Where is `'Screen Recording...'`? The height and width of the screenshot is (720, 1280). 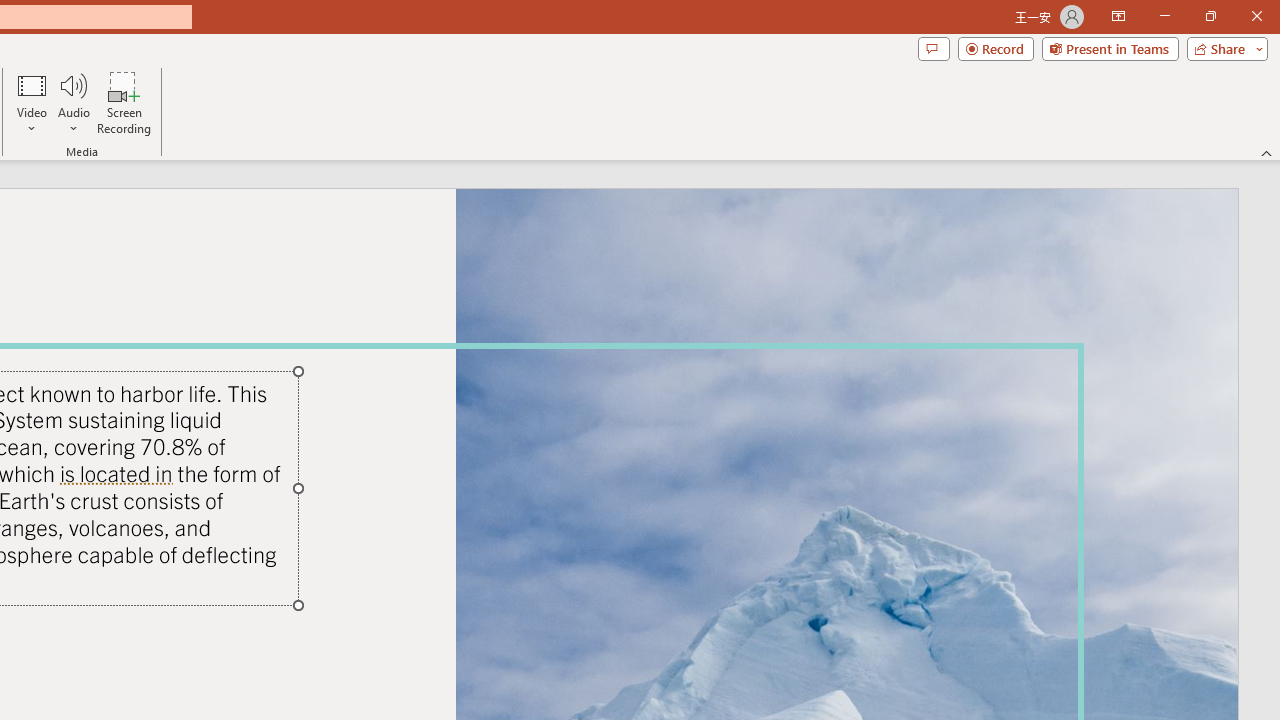
'Screen Recording...' is located at coordinates (123, 103).